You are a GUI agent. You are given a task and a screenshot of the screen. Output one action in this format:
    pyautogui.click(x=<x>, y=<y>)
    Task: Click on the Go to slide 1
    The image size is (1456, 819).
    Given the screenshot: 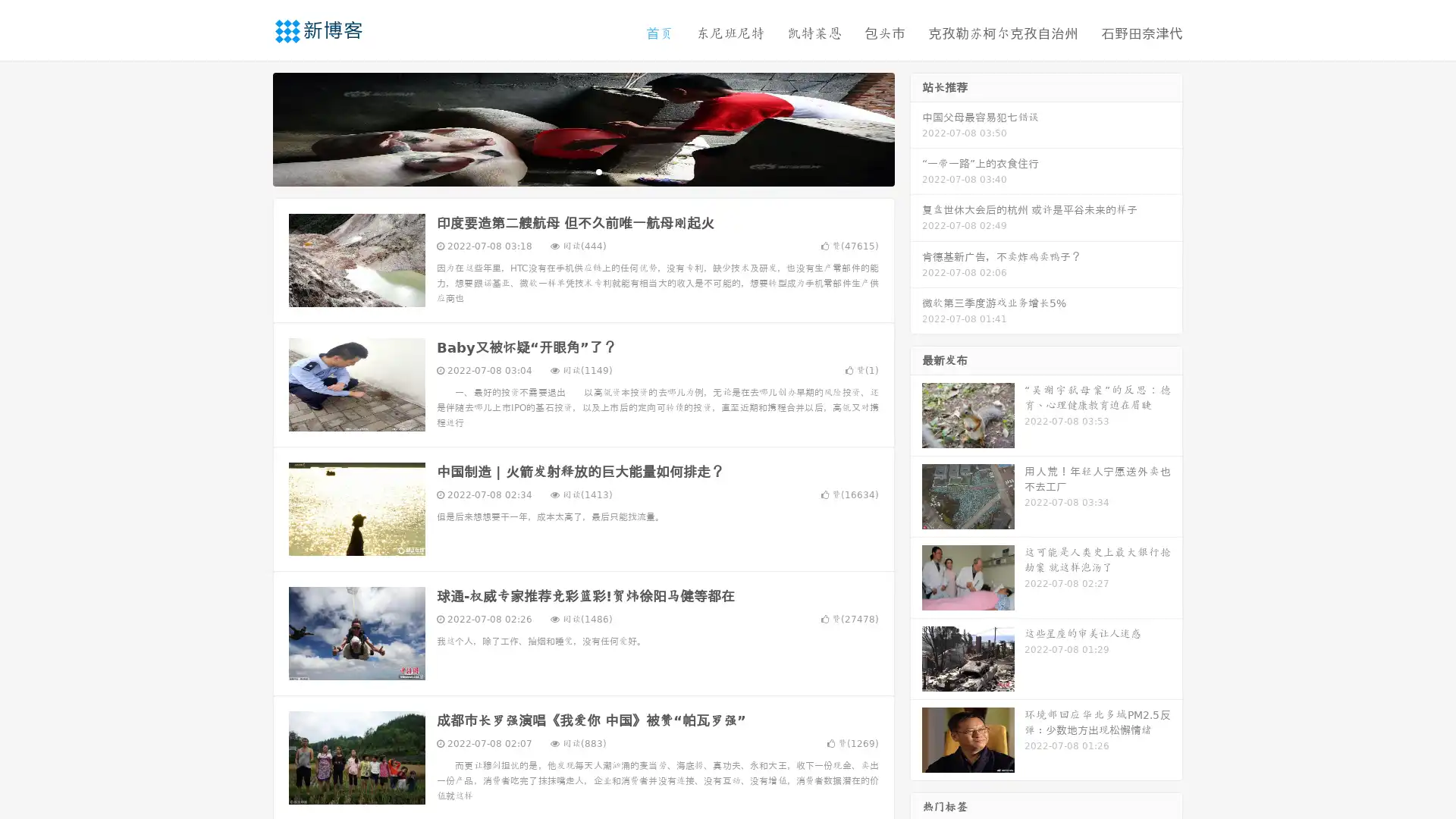 What is the action you would take?
    pyautogui.click(x=567, y=171)
    